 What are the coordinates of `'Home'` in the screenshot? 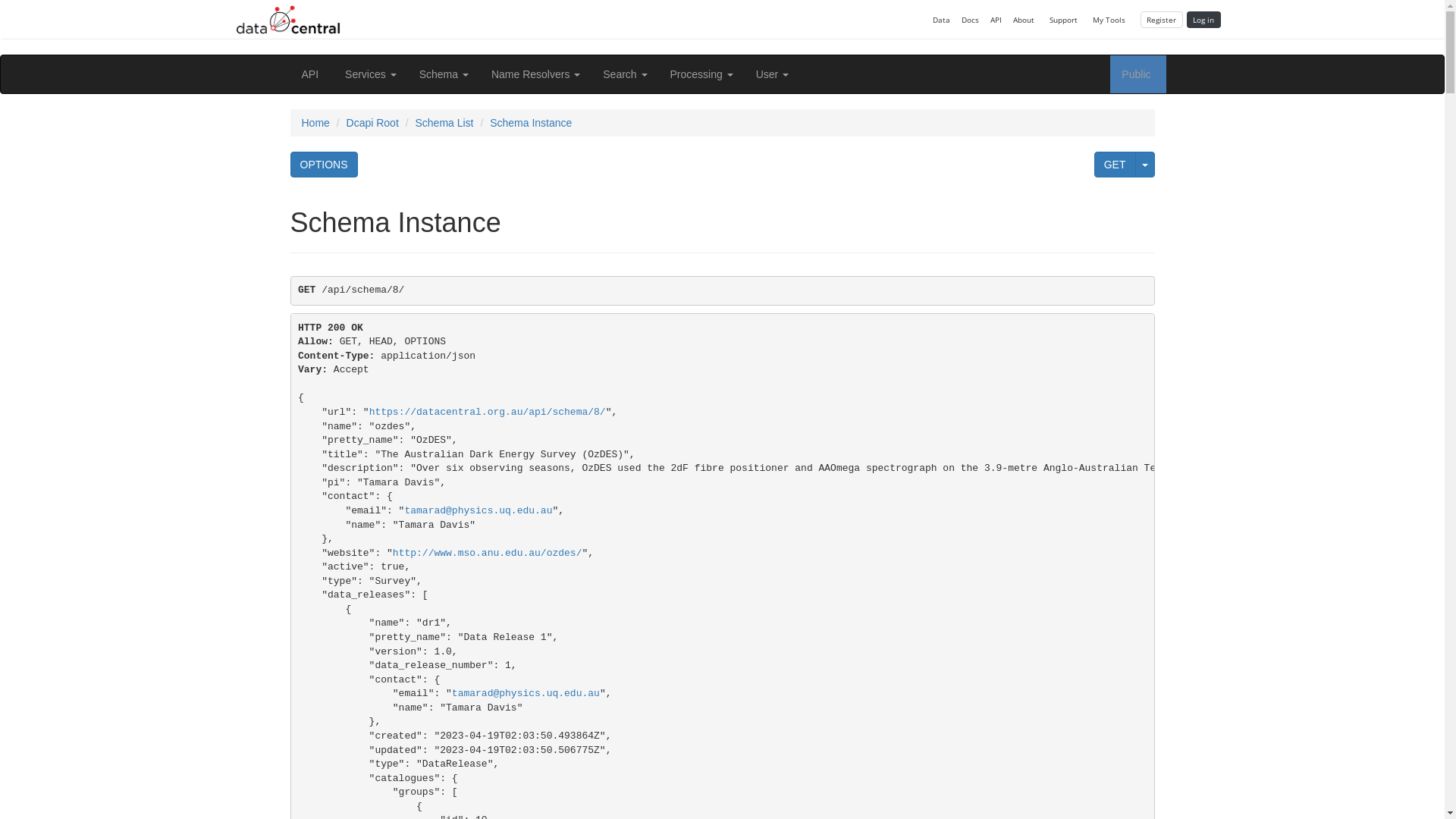 It's located at (315, 122).